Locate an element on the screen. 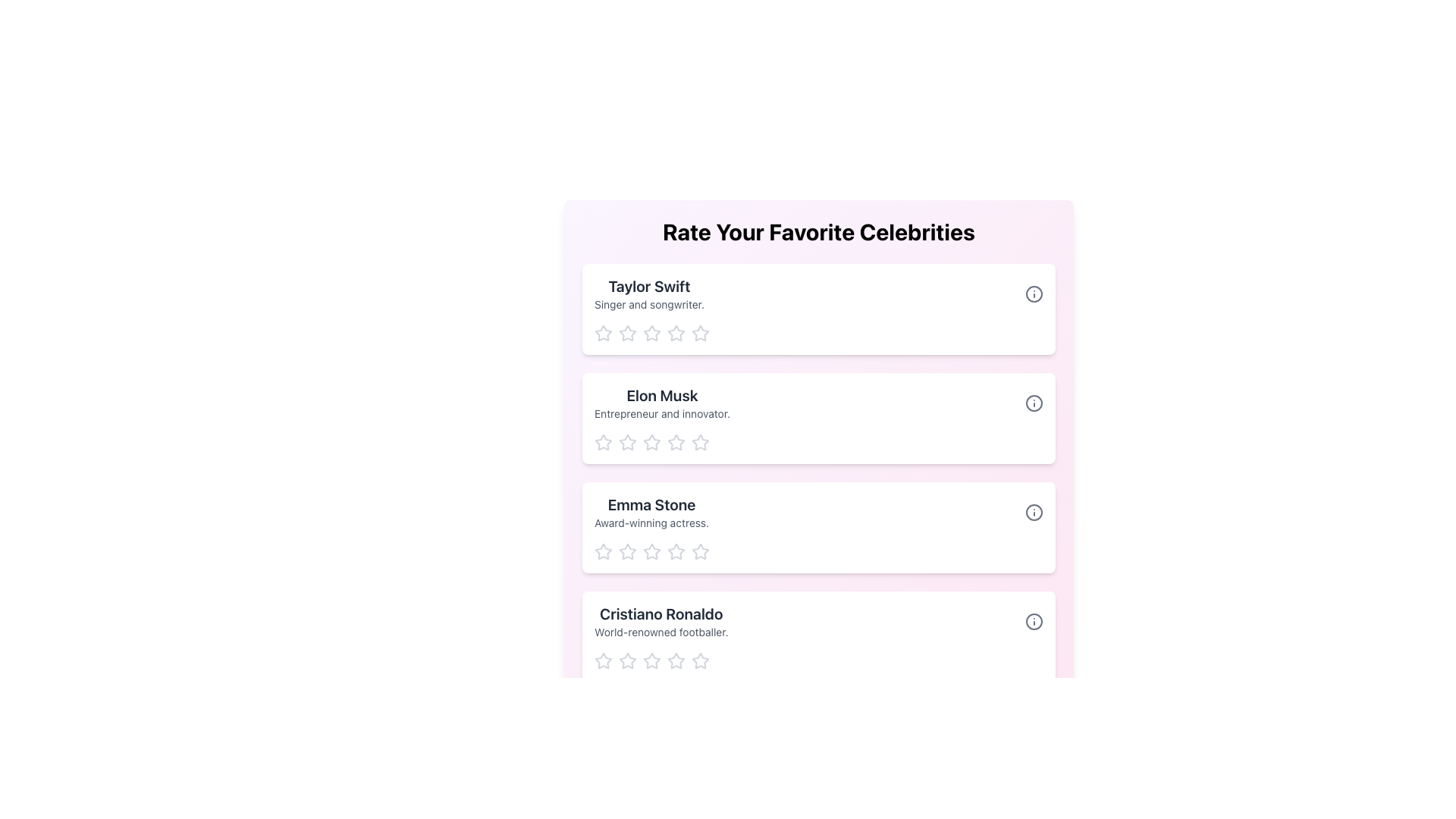 The height and width of the screenshot is (819, 1456). the text label displaying 'Elon Musk', which is styled in a bold and large font and is located prominently as a heading in the center column of the grid structure is located at coordinates (662, 394).